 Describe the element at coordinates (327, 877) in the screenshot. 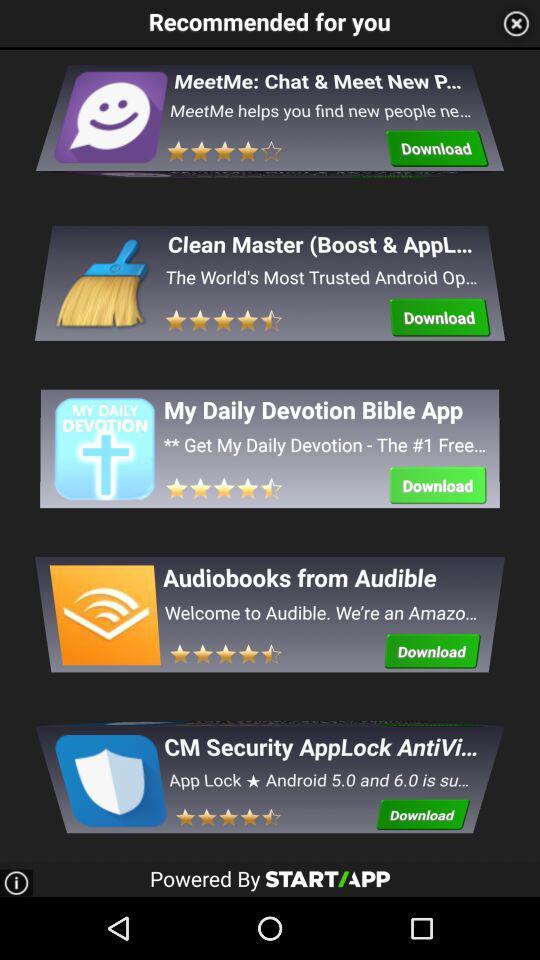

I see `the startapp` at that location.